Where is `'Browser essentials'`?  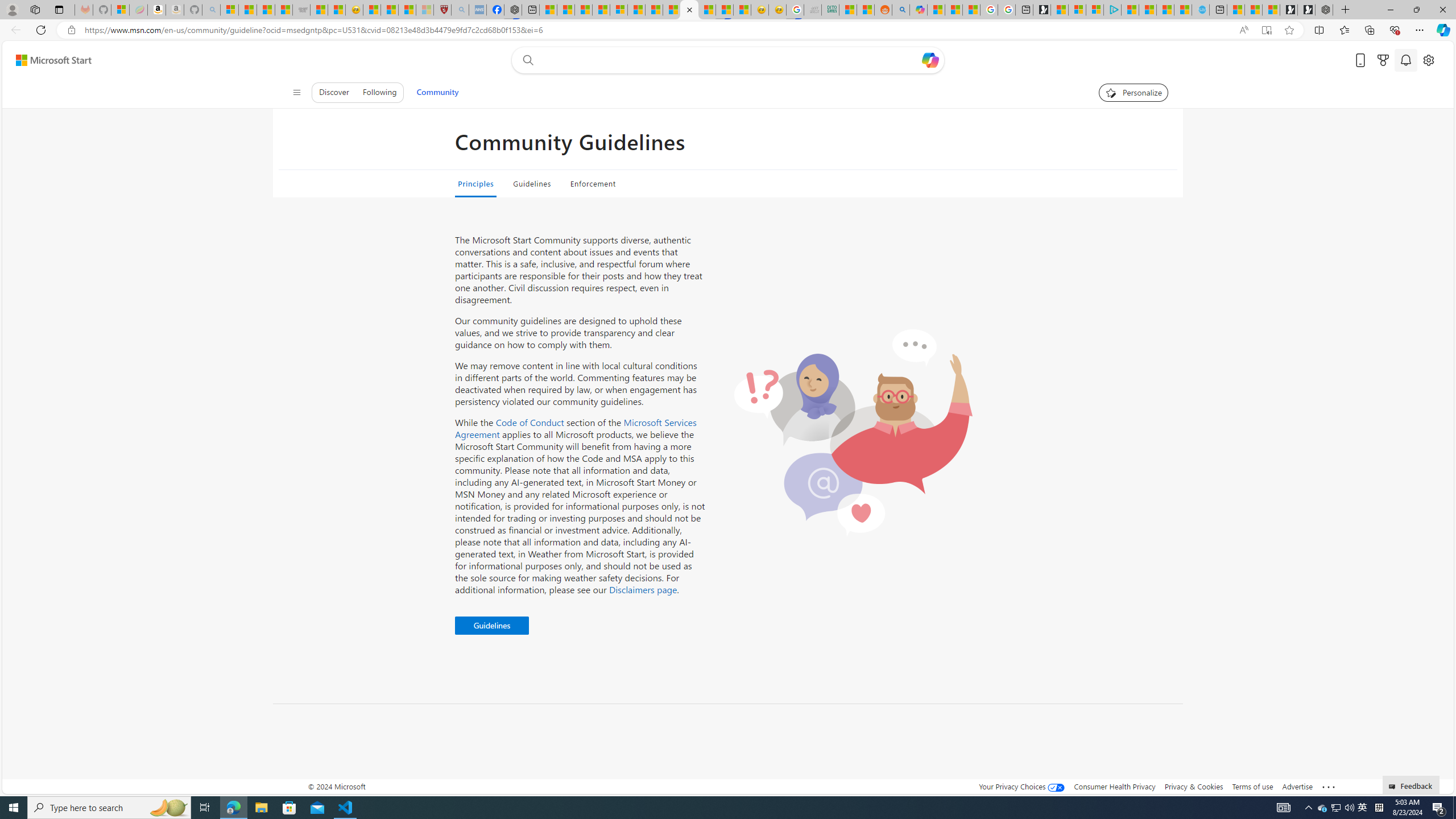 'Browser essentials' is located at coordinates (1394, 29).